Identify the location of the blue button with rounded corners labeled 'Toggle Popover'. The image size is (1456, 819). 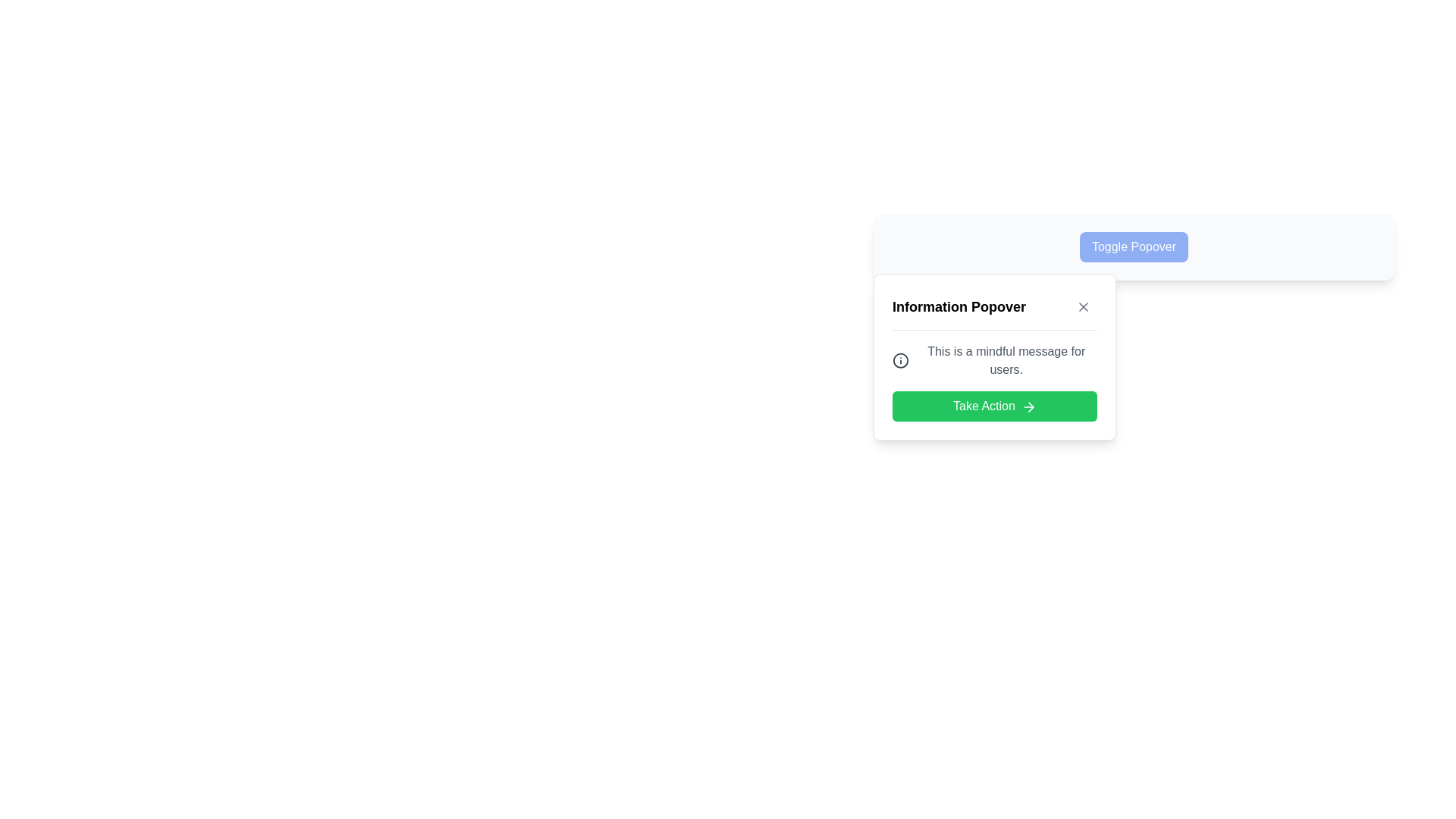
(1134, 246).